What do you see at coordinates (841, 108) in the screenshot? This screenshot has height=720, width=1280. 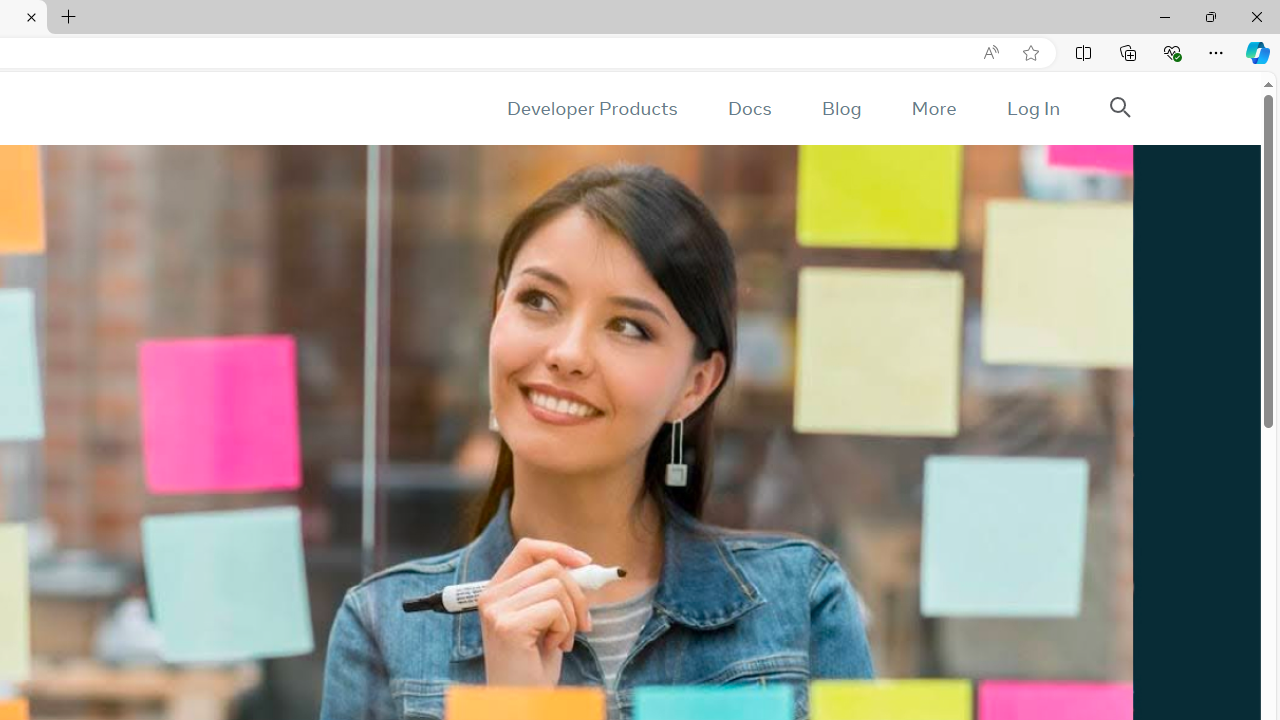 I see `'Blog'` at bounding box center [841, 108].